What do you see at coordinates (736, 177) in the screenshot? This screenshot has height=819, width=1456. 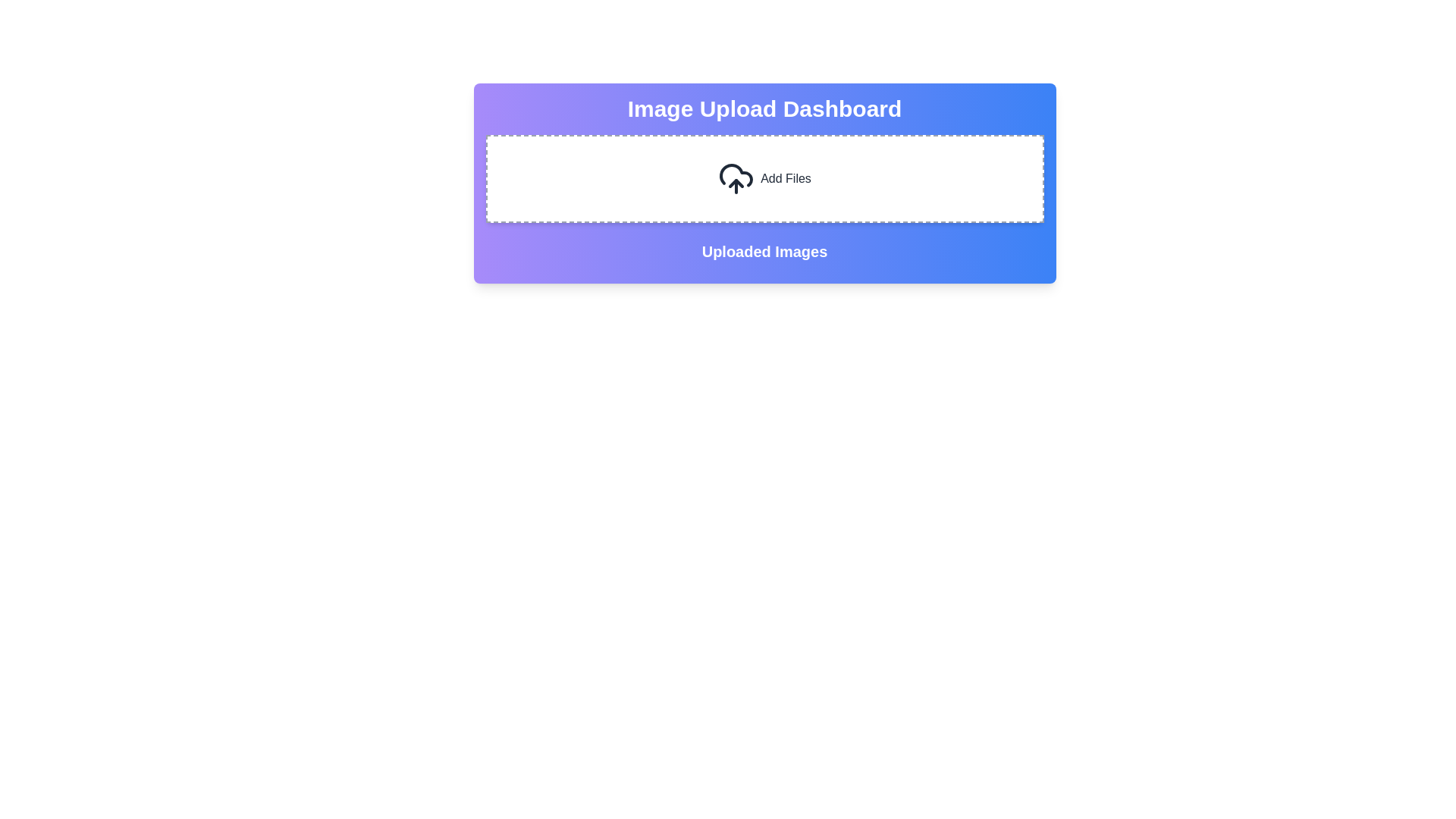 I see `the cloud icon with an upward arrow, which symbolizes uploading, located near the 'Add Files' text` at bounding box center [736, 177].